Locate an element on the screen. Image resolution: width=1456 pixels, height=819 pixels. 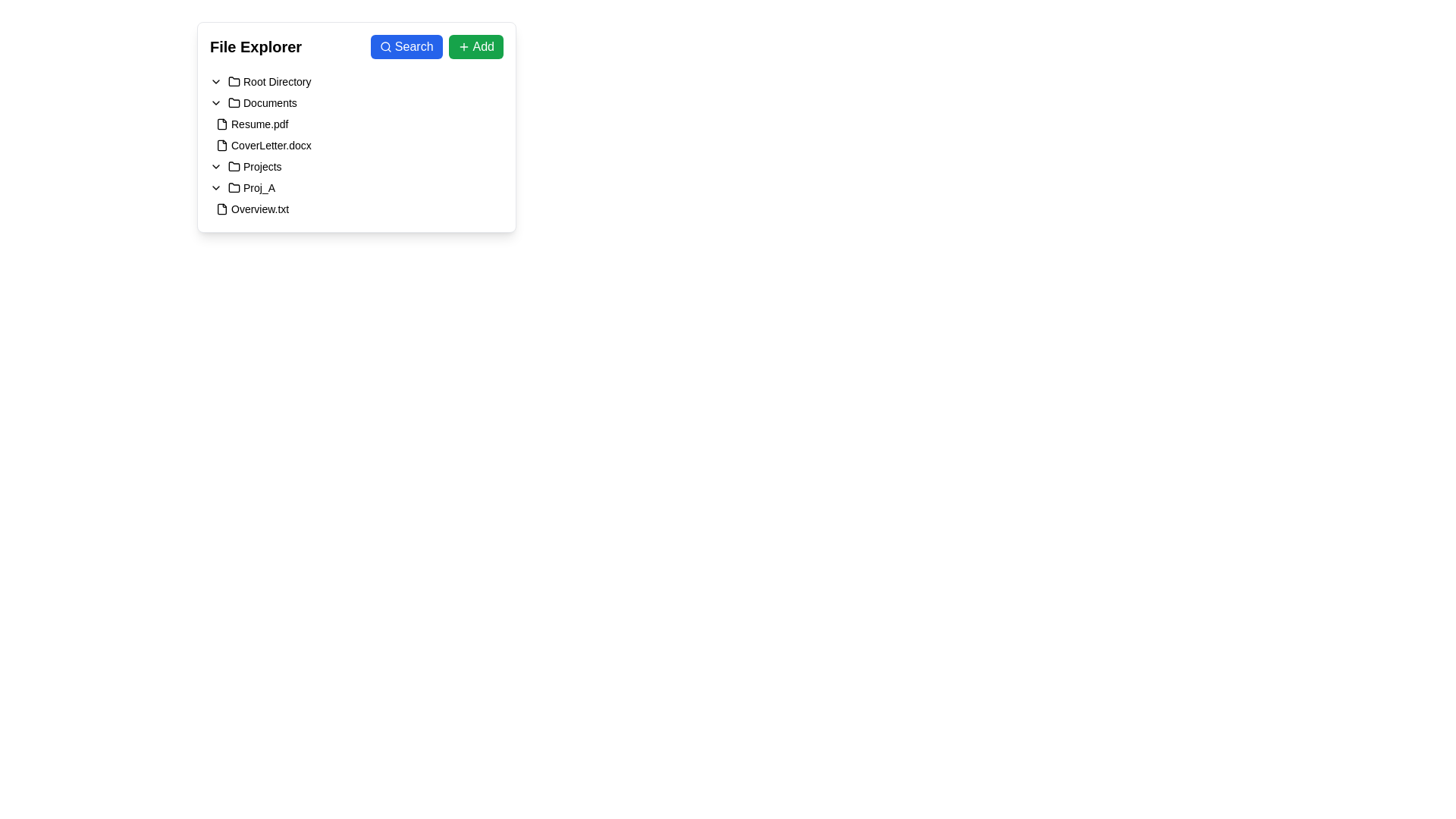
the text label representing the name of a specific file located below 'Resume.pdf' and above the 'Projects' folder is located at coordinates (271, 146).